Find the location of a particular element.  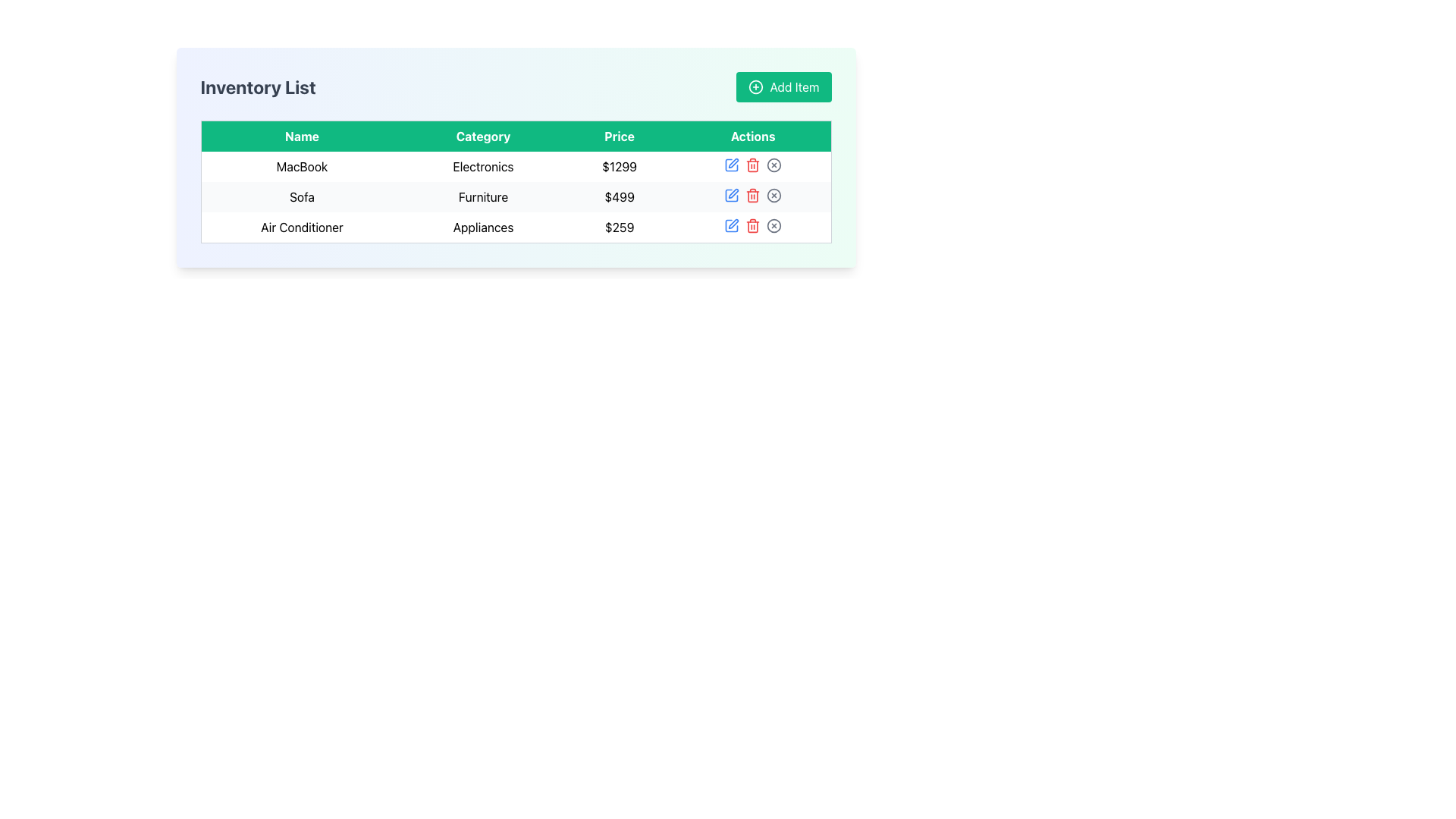

the decorative icon representing the addition functionality within the 'Add Item' button, which is centered in the button's left section is located at coordinates (756, 87).